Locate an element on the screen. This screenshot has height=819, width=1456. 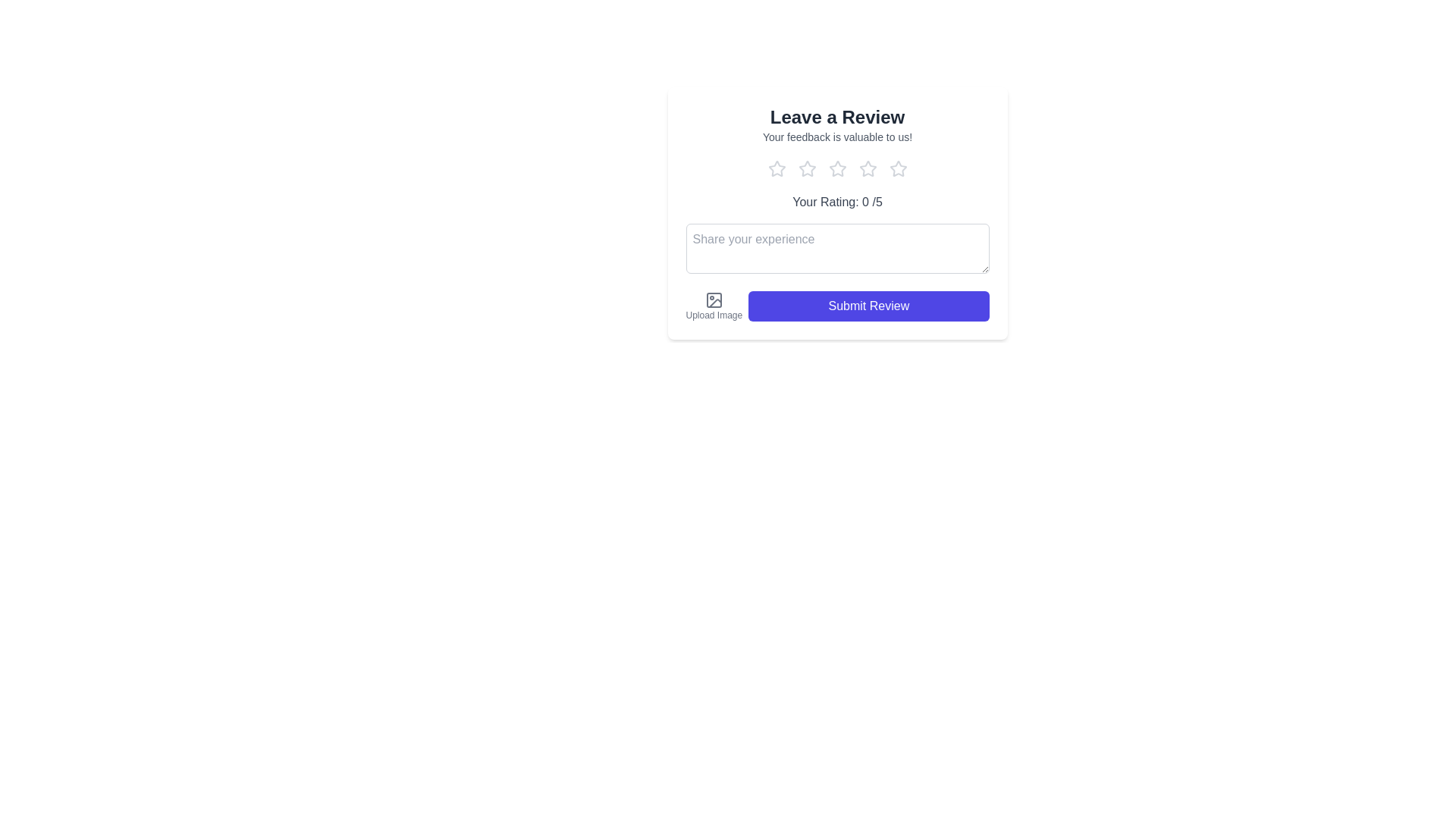
the product rating to 5 by clicking on the corresponding star is located at coordinates (898, 169).